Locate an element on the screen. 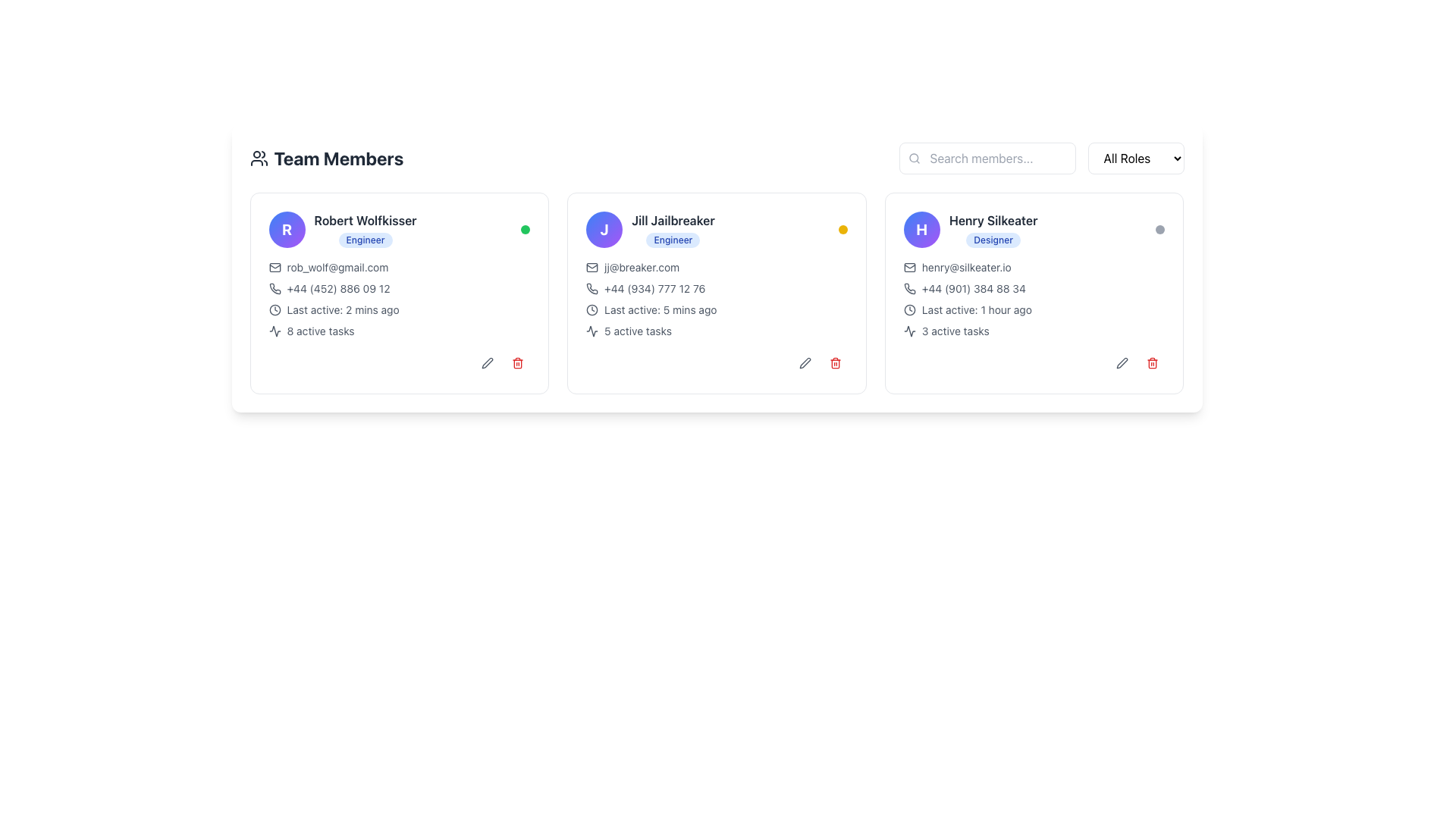  the decorative icon positioned to the left of the 'Team Members' header, which visually indicates the section's context is located at coordinates (259, 158).